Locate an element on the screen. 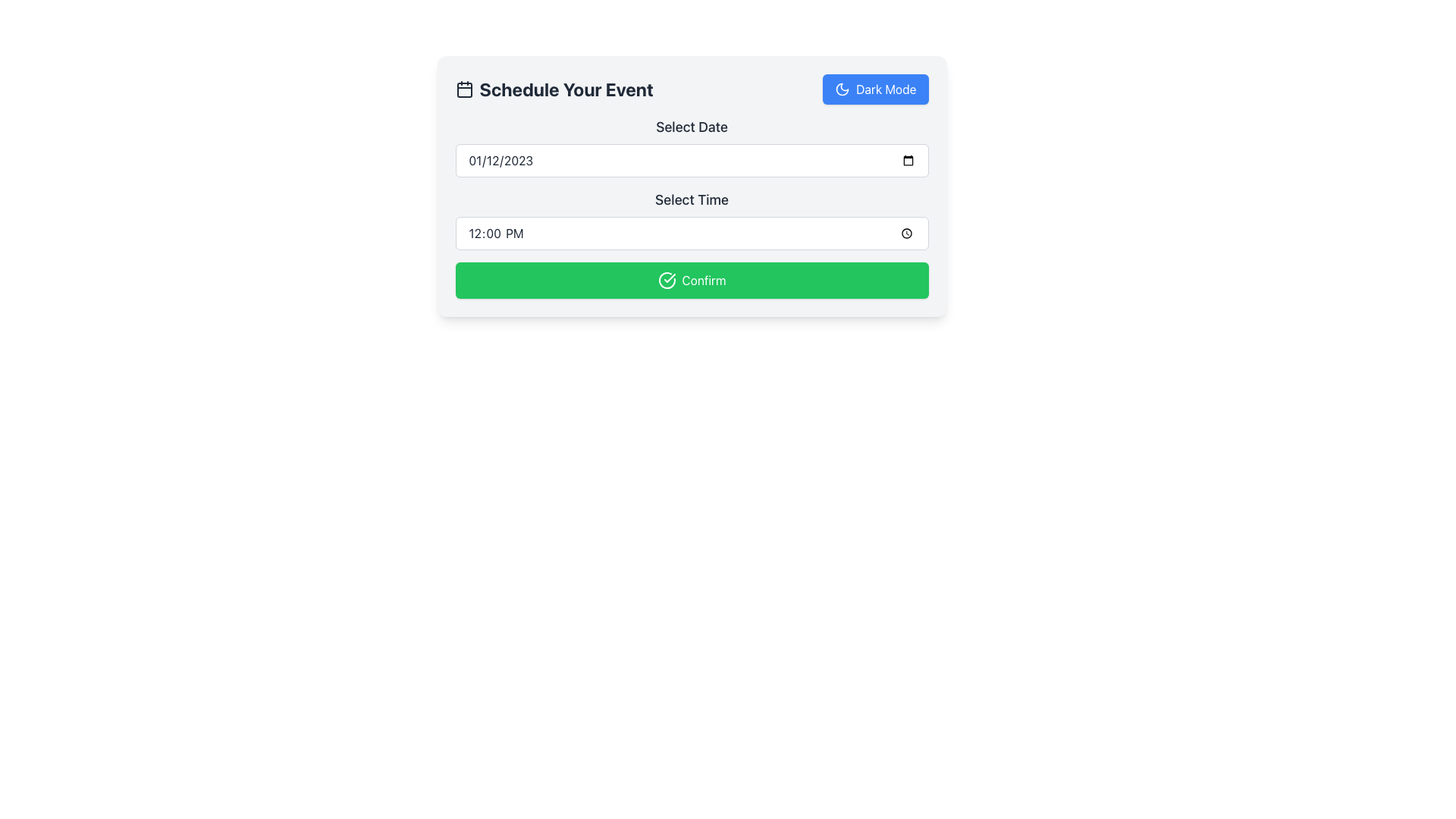  the green circular icon with a checkmark inside, located to the left of the 'Confirm' text within the green button is located at coordinates (667, 281).